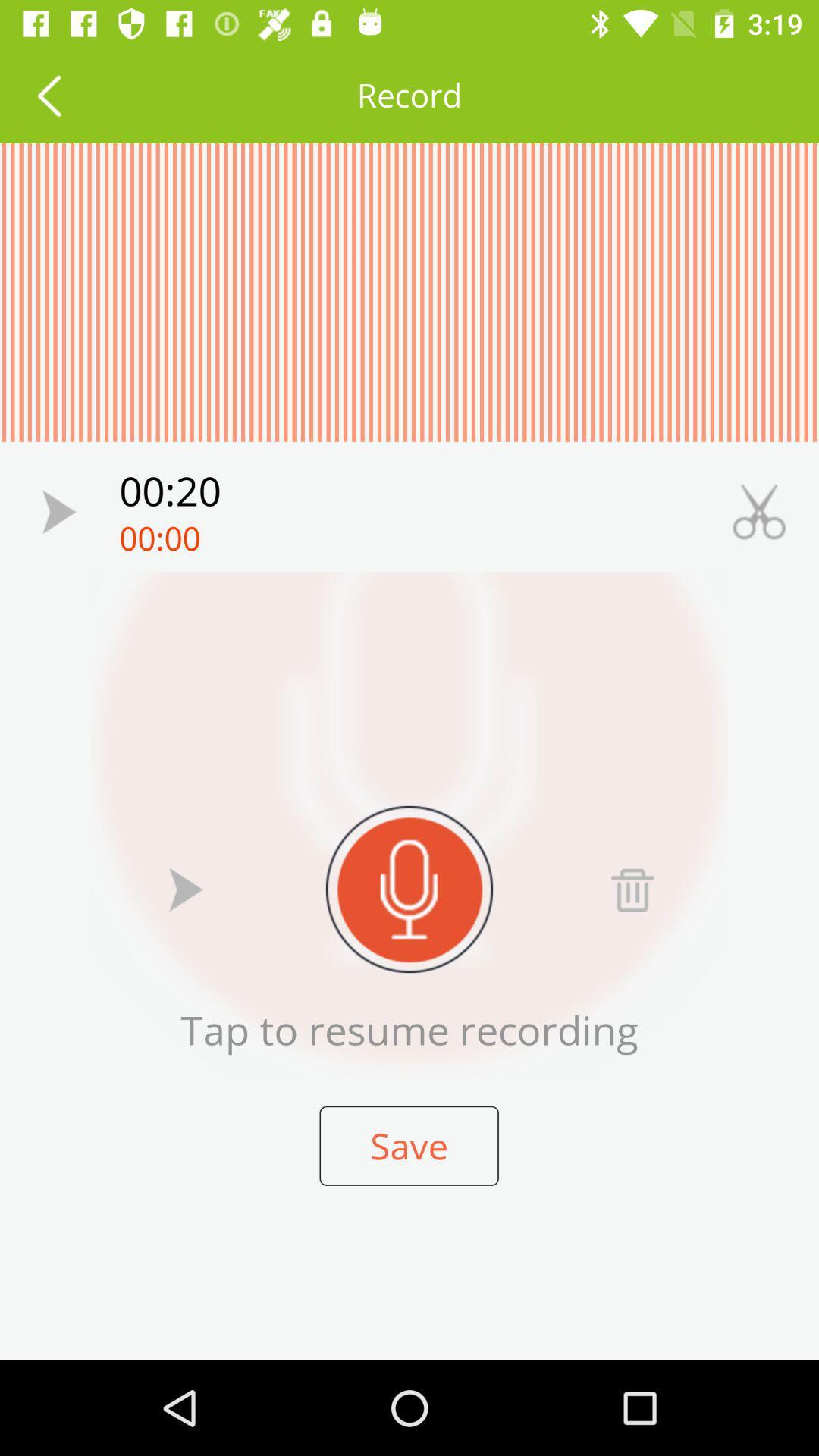 The width and height of the screenshot is (819, 1456). What do you see at coordinates (632, 889) in the screenshot?
I see `exclude audio option` at bounding box center [632, 889].